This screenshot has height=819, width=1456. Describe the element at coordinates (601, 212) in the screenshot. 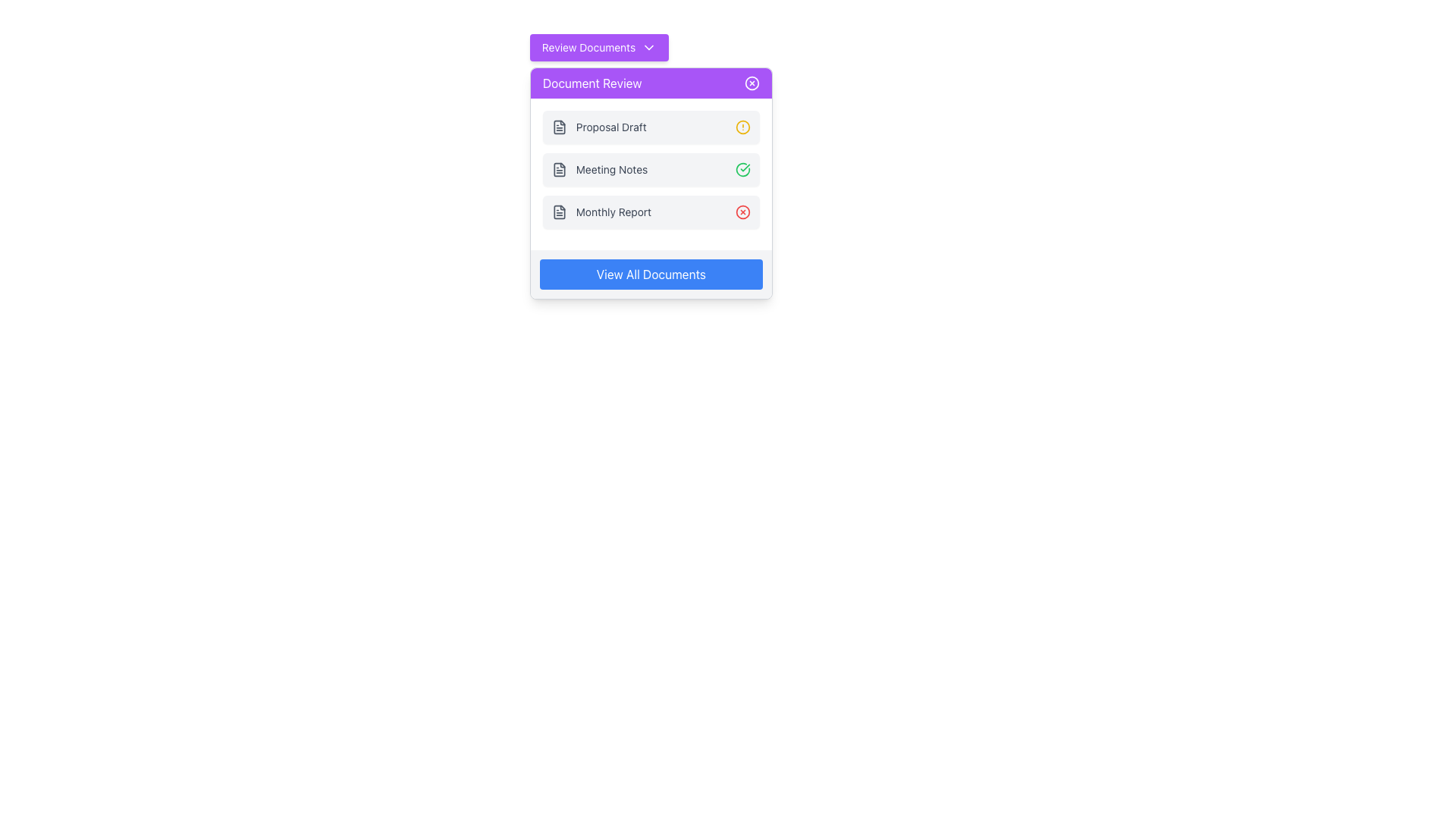

I see `the 'Monthly Report' list item in the 'Document Review' card` at that location.